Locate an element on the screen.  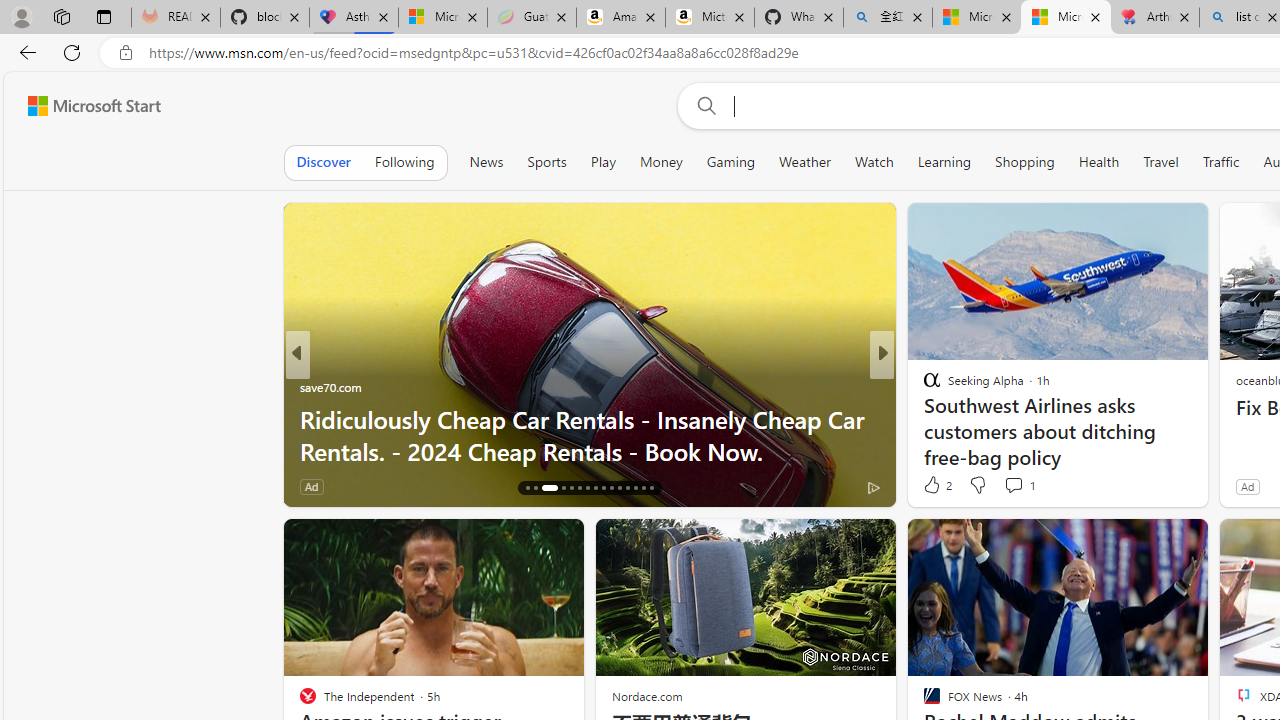
'Arthritis: Ask Health Professionals' is located at coordinates (1155, 17).